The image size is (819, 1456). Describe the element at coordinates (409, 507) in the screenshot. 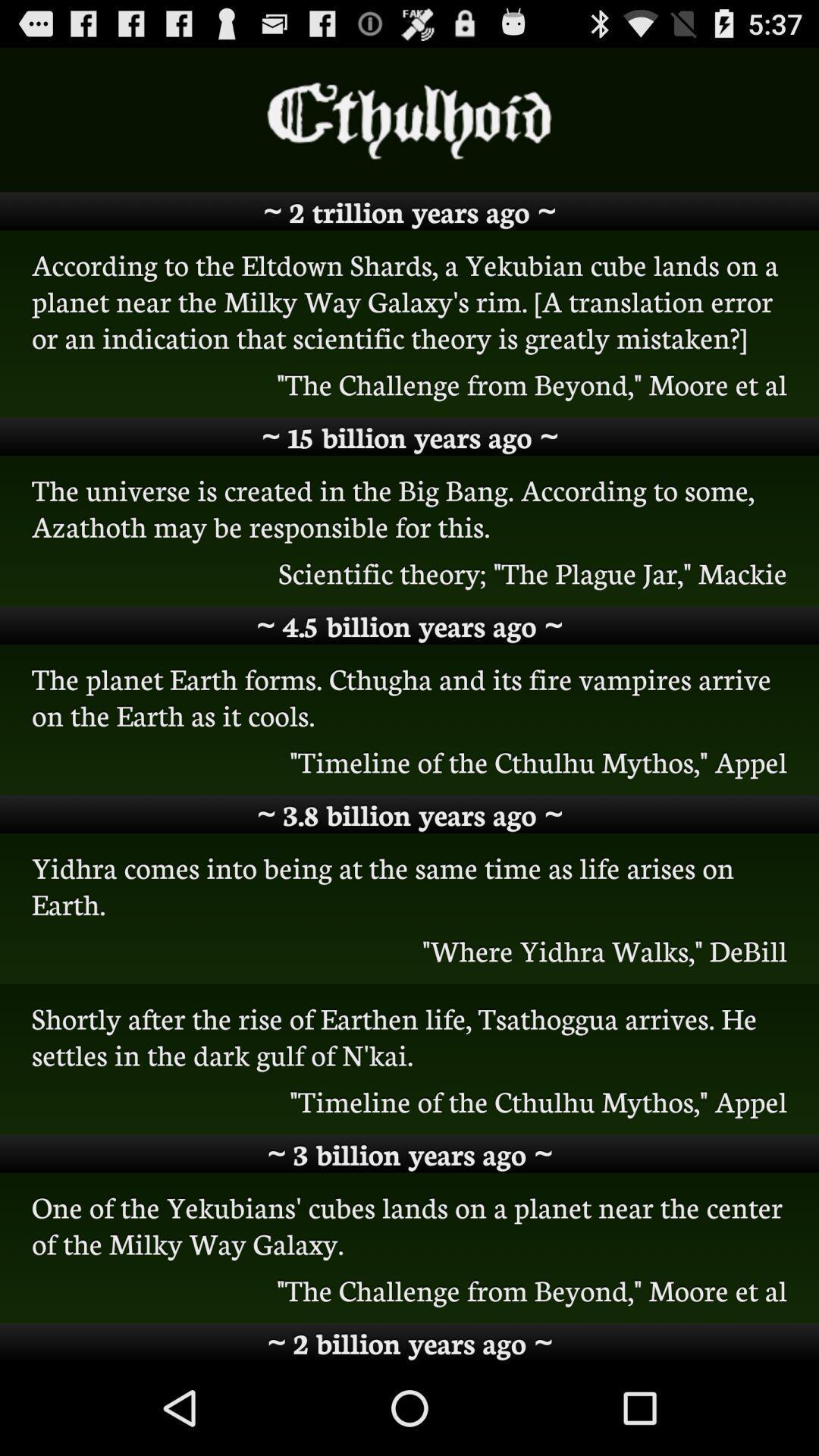

I see `item below the 15 billion years icon` at that location.